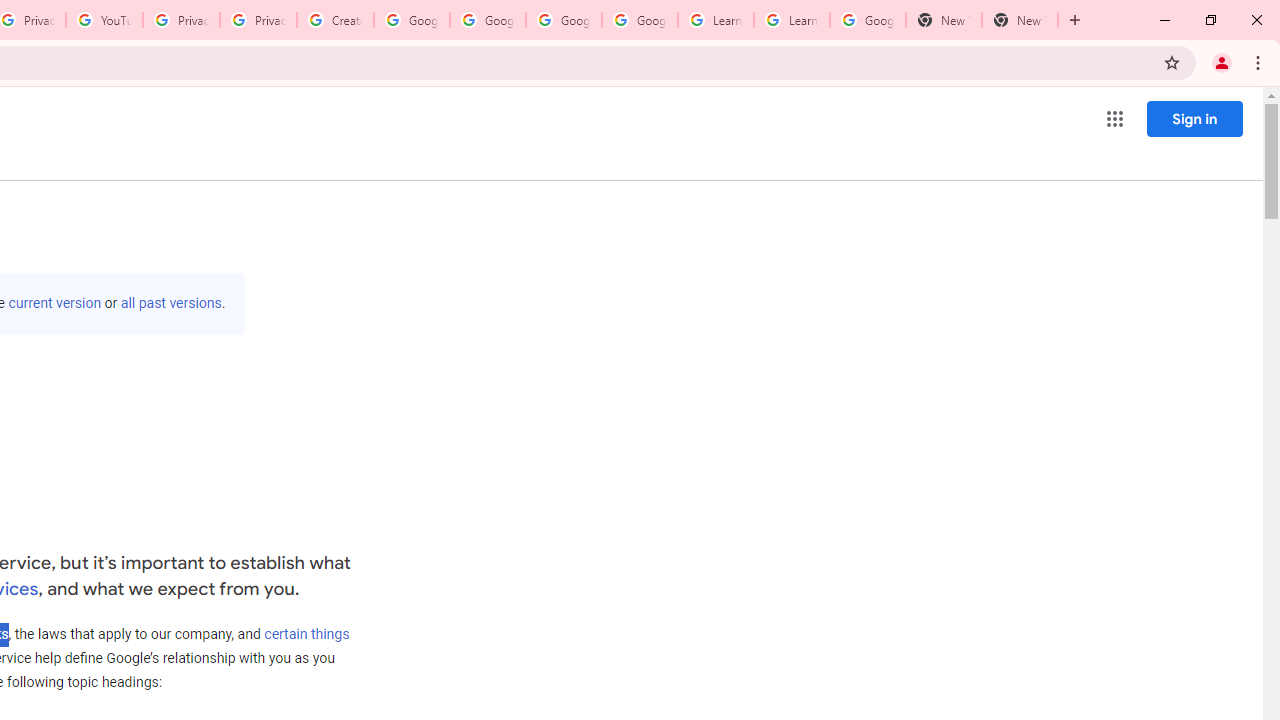  What do you see at coordinates (103, 20) in the screenshot?
I see `'YouTube'` at bounding box center [103, 20].